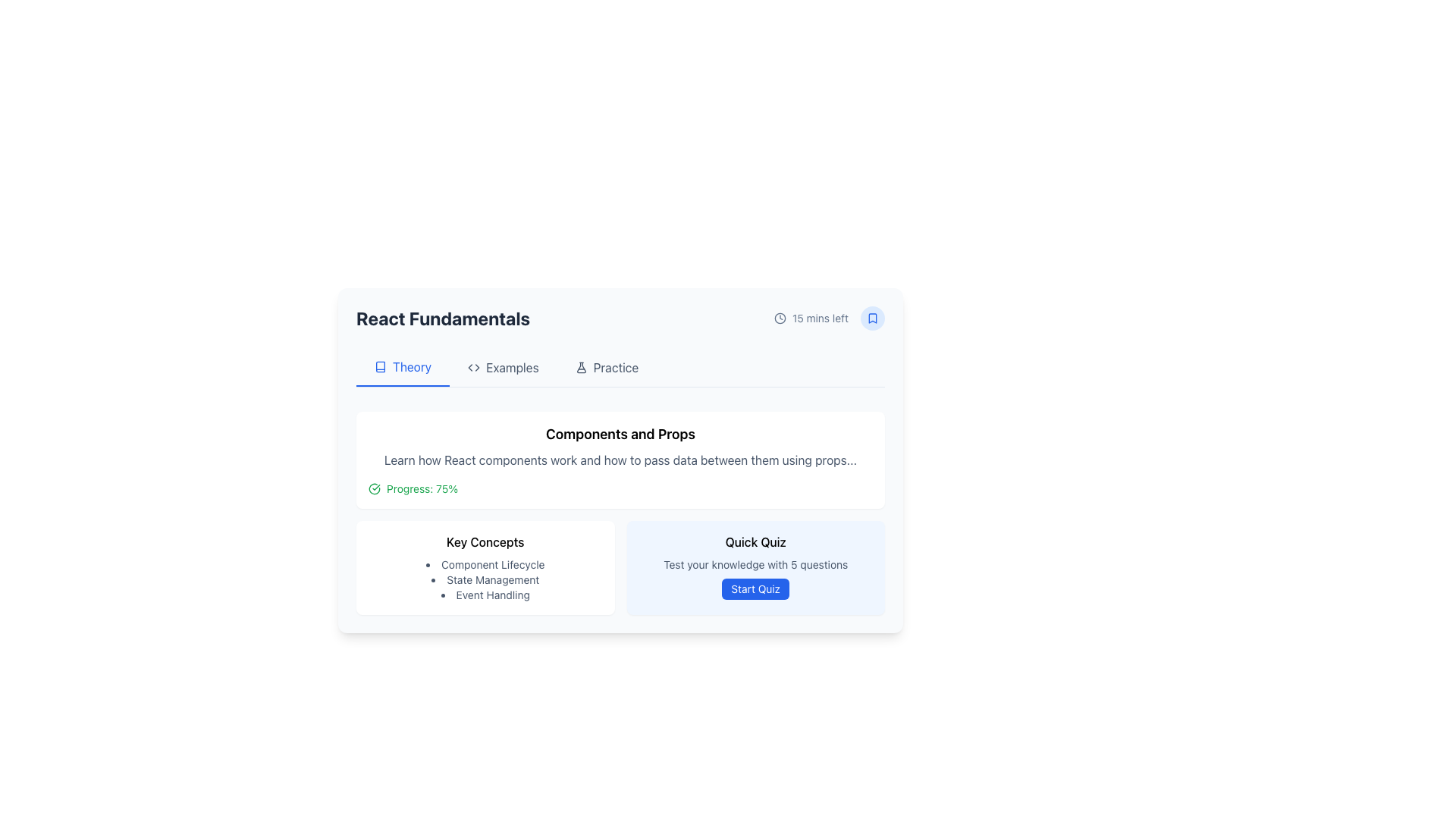  Describe the element at coordinates (403, 368) in the screenshot. I see `the 'Theory' navigation button located at the top-left of the interface` at that location.